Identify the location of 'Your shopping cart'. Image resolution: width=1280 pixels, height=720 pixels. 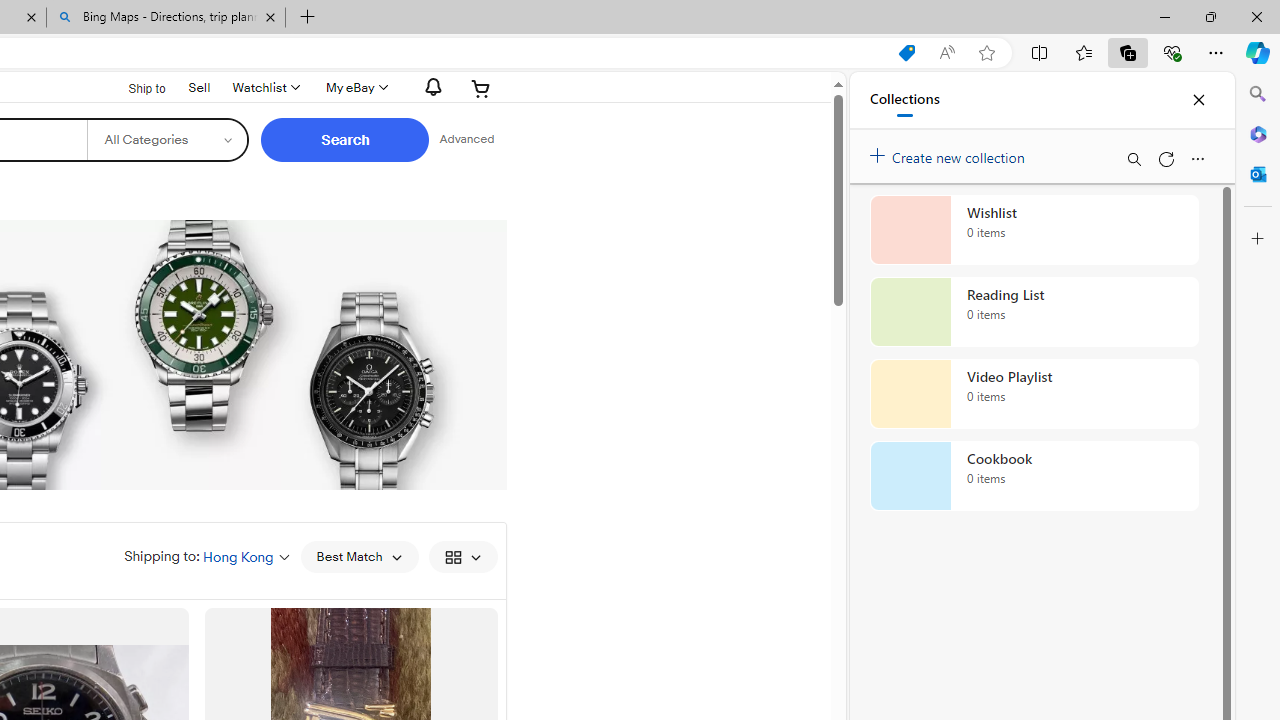
(481, 87).